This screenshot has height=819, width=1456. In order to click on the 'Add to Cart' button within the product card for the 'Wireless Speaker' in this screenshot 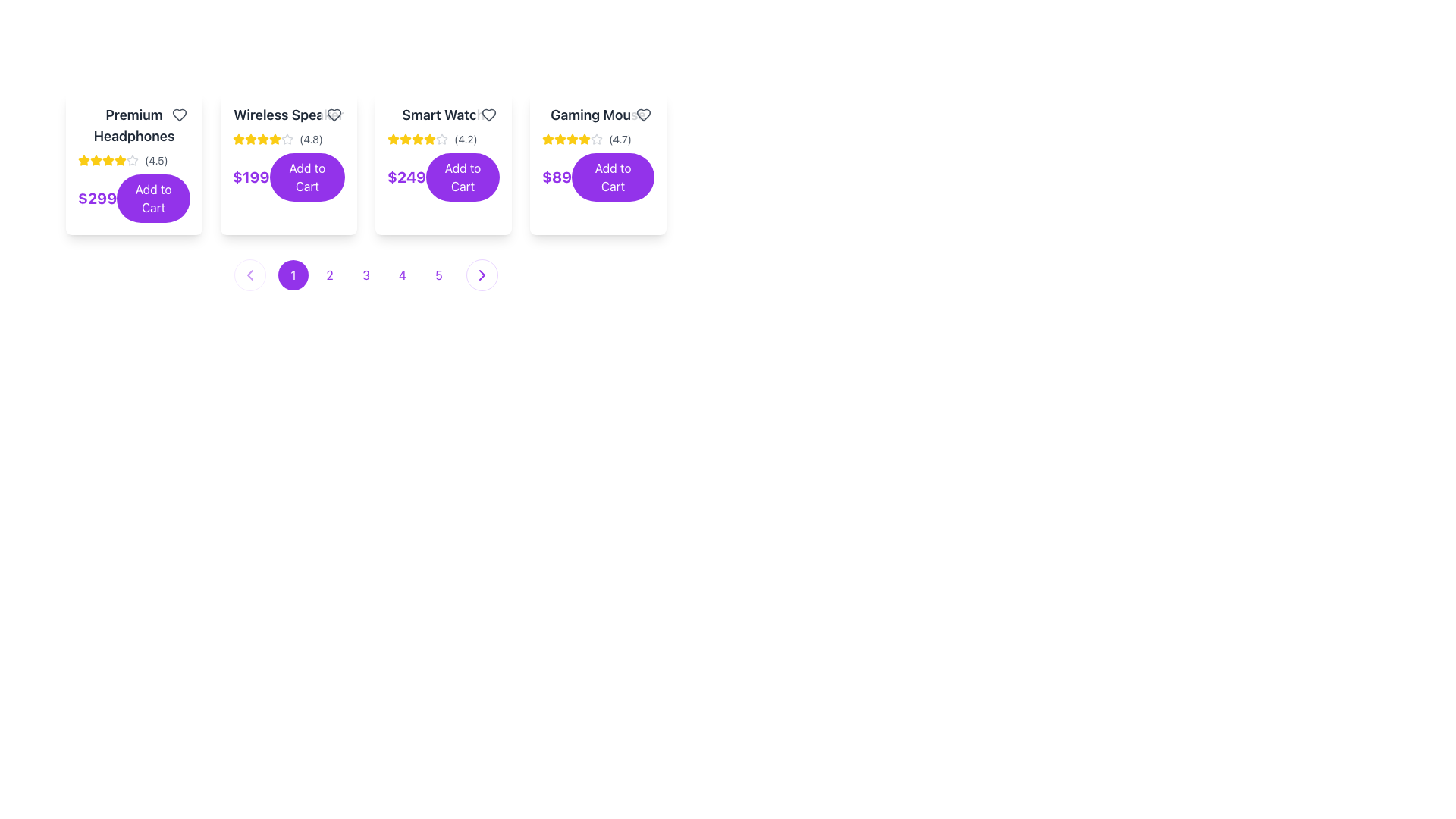, I will do `click(288, 177)`.